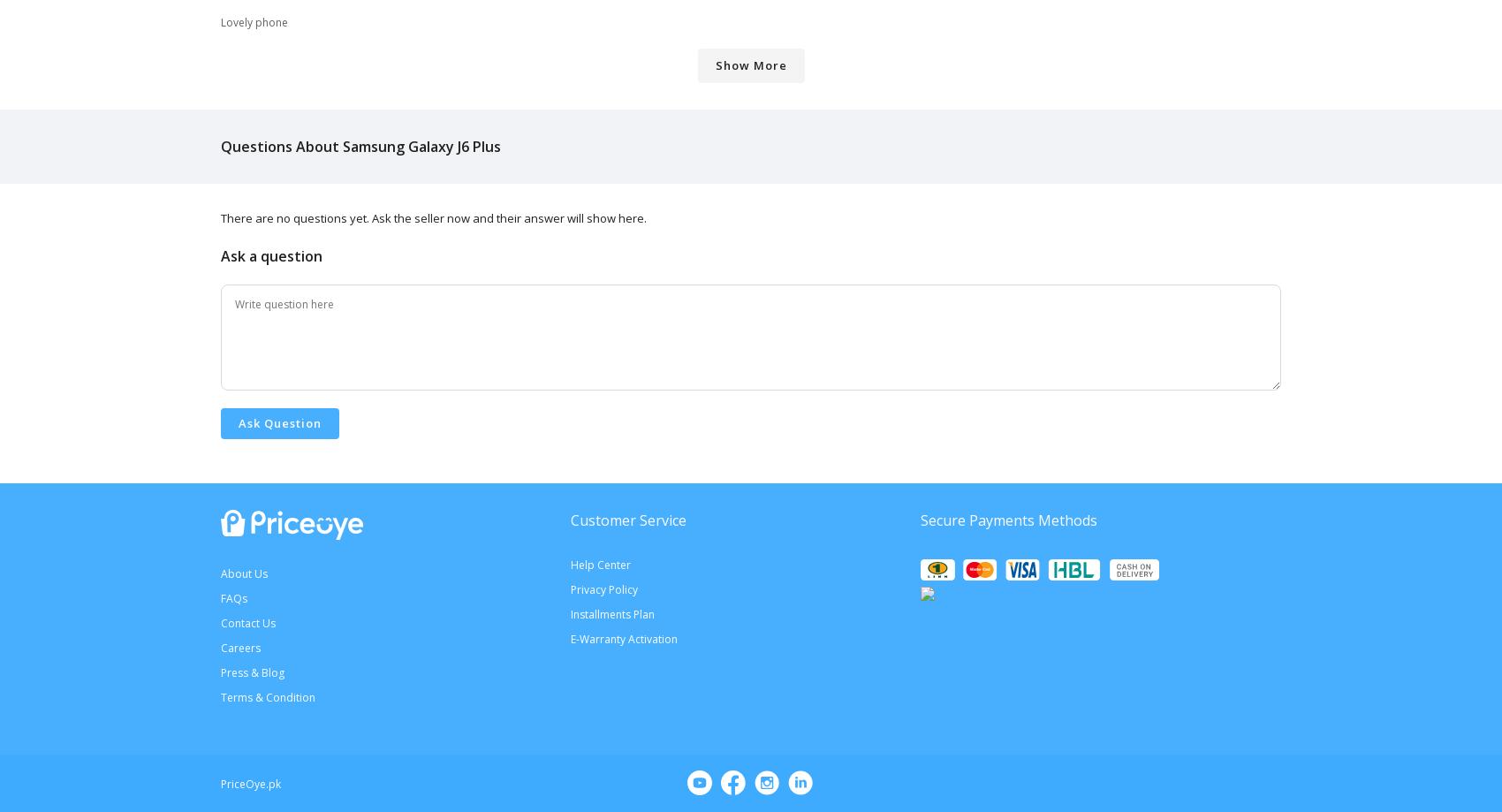  What do you see at coordinates (221, 646) in the screenshot?
I see `'Careers'` at bounding box center [221, 646].